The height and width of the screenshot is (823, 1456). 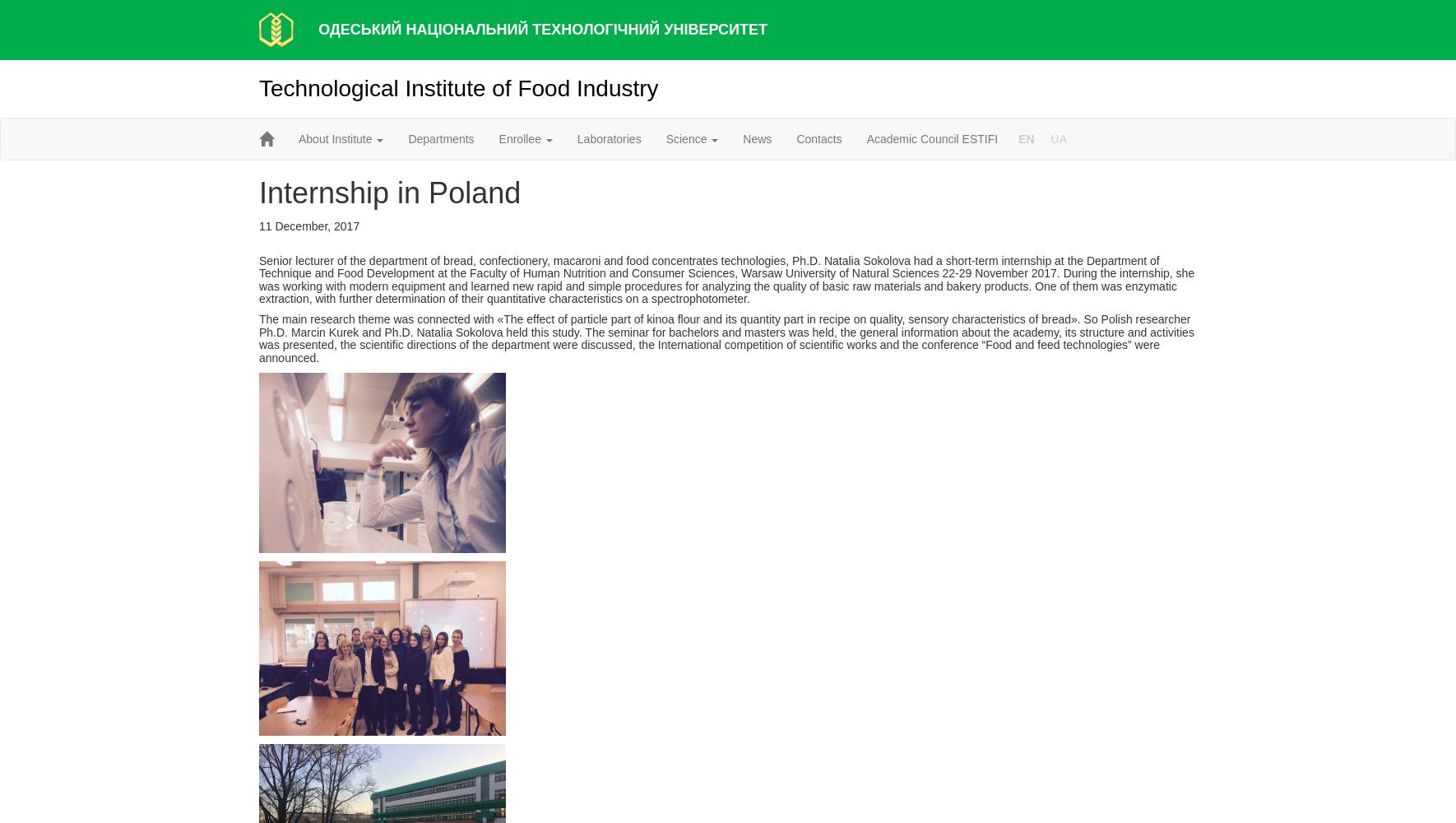 I want to click on 'The main research theme was connected with «The effect of particle part of kinoa flour and its quantity part in recipe on quality, sensory characteristics of bread». So Polish researcher Ph.D. Marcin Kurek and Ph.D. Natalia Sokolova held this study. The seminar for bachelors and masters was held, the general information about the academy, its structure and activities was presented, the scientific directions of the department were discussed, the International competition of scientific works and the conference “Food and feed technologies” were announced.', so click(x=726, y=338).